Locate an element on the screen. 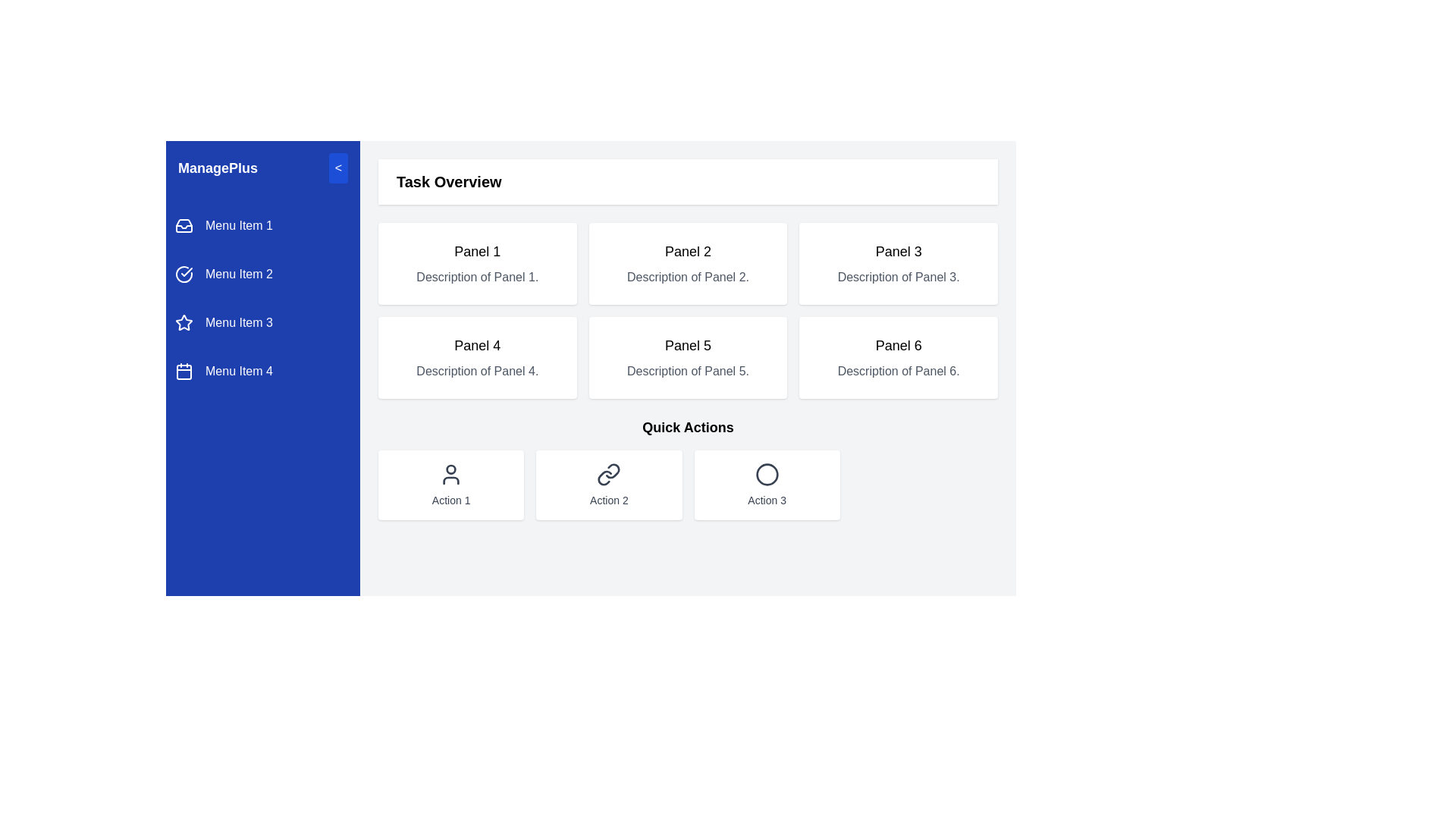  the text label displaying 'Action 3', which is centrally aligned within the 'Quick Actions' section and positioned below a circular icon is located at coordinates (767, 500).